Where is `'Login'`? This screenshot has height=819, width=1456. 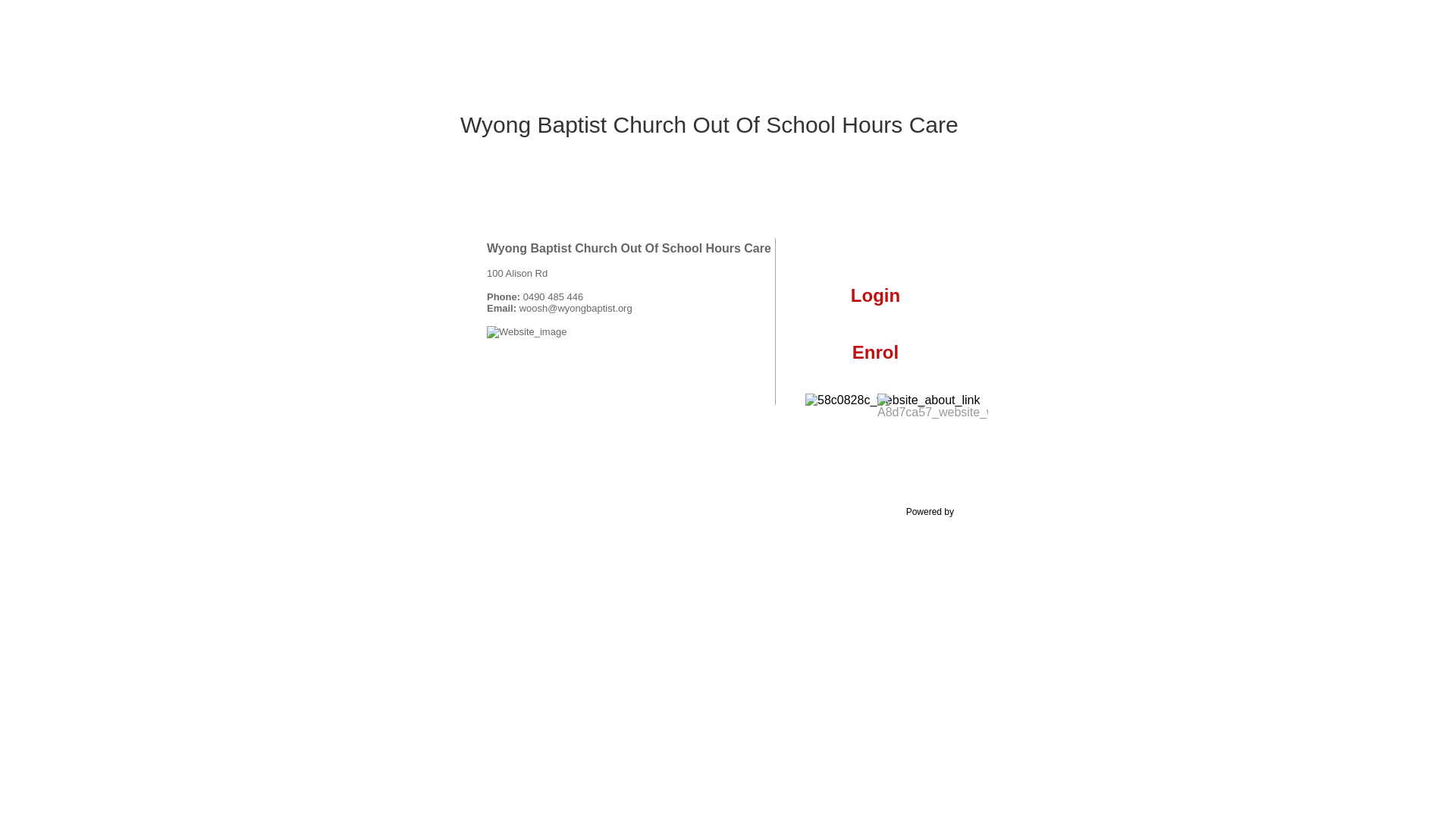
'Login' is located at coordinates (875, 304).